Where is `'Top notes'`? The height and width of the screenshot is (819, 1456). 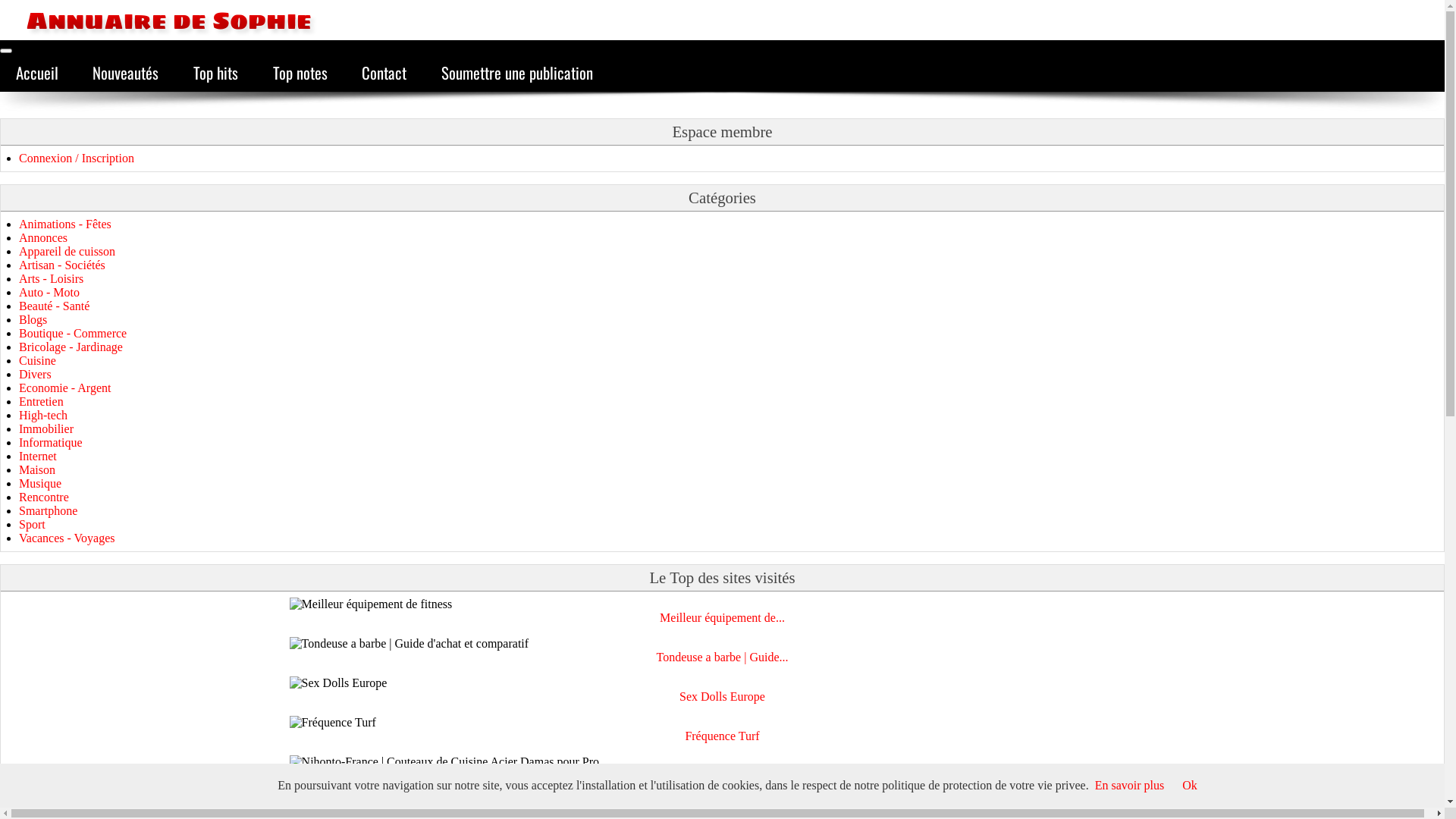 'Top notes' is located at coordinates (300, 73).